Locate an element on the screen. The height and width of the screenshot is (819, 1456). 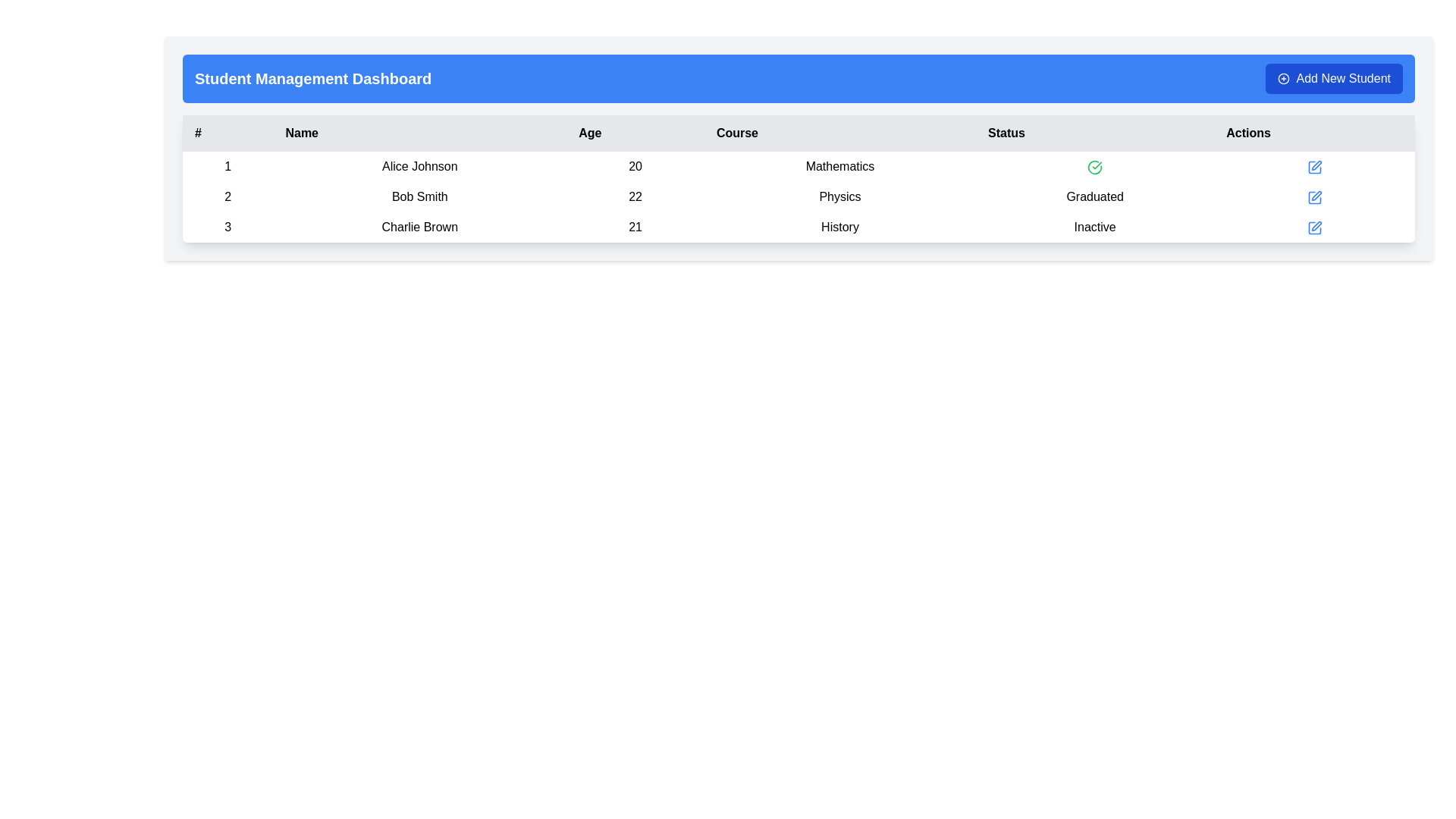
the text label in the first column of the second row in the table, which serves as an identifier or index for the row is located at coordinates (227, 196).